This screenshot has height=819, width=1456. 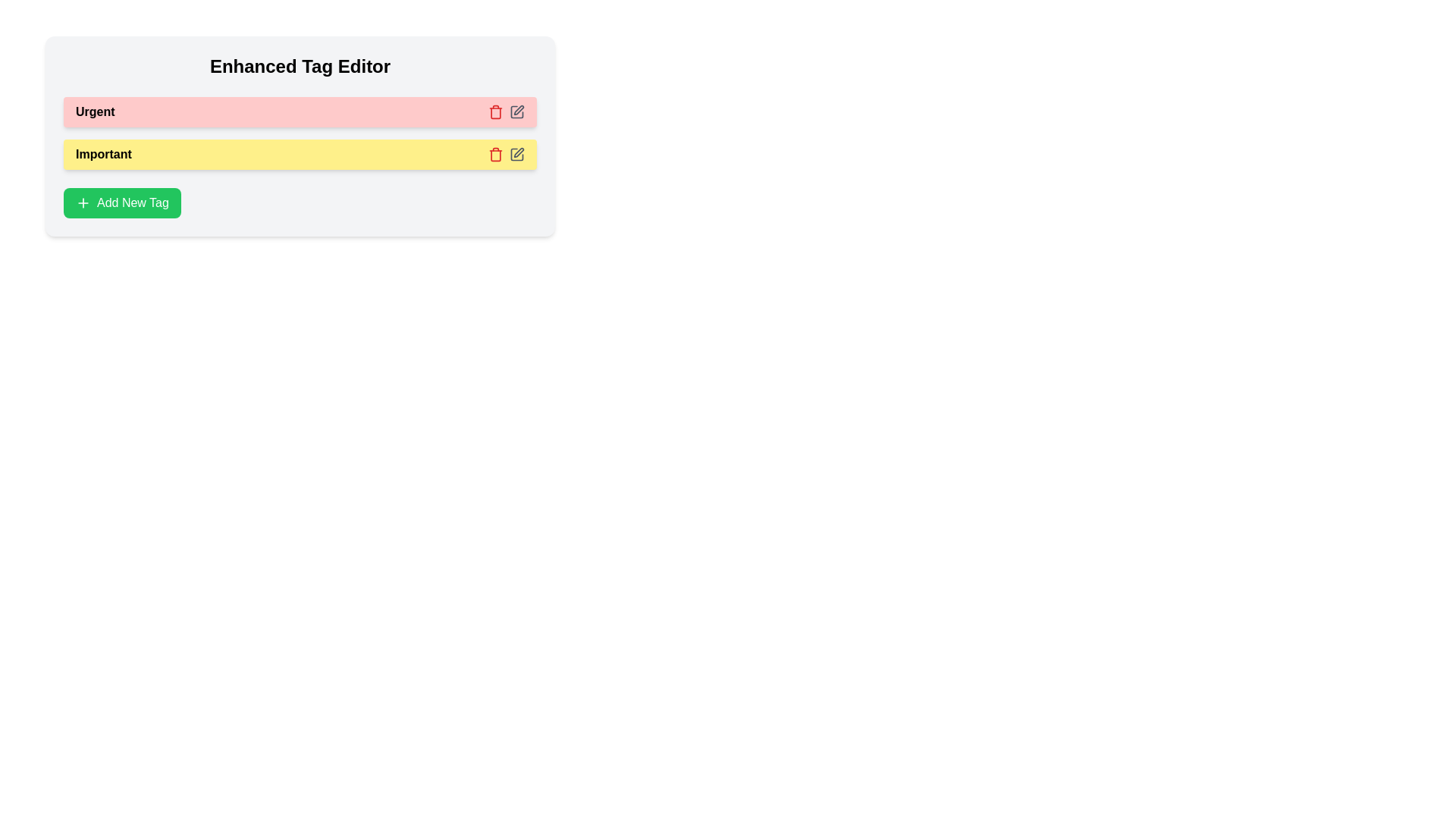 What do you see at coordinates (519, 152) in the screenshot?
I see `the vector graphic icon resembling a pen tool, which is located in the top-right corner of the yellow-highlighted 'Important' tag within the list of tags` at bounding box center [519, 152].